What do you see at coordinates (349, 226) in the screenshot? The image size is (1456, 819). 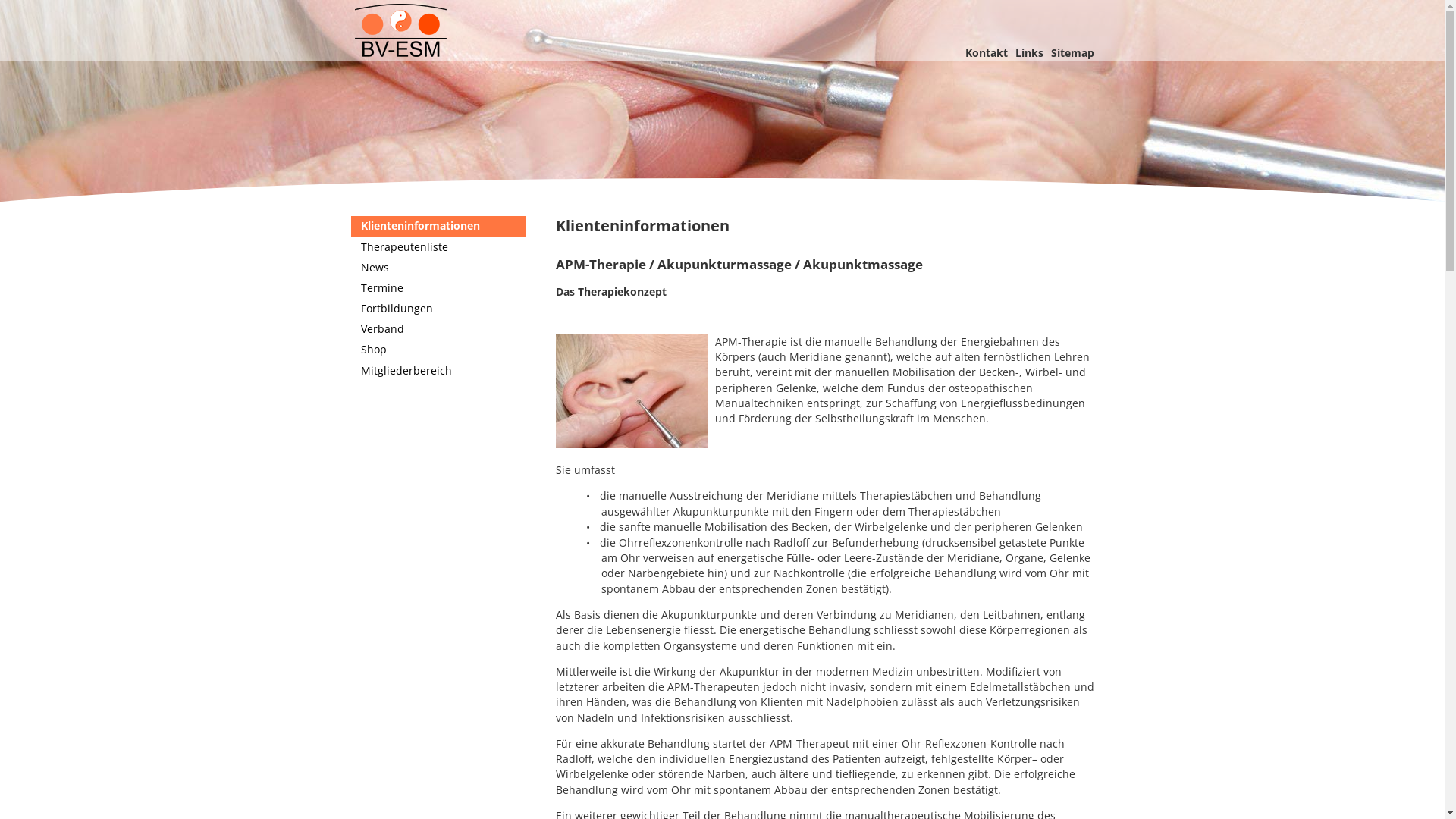 I see `'Klienteninformationen'` at bounding box center [349, 226].